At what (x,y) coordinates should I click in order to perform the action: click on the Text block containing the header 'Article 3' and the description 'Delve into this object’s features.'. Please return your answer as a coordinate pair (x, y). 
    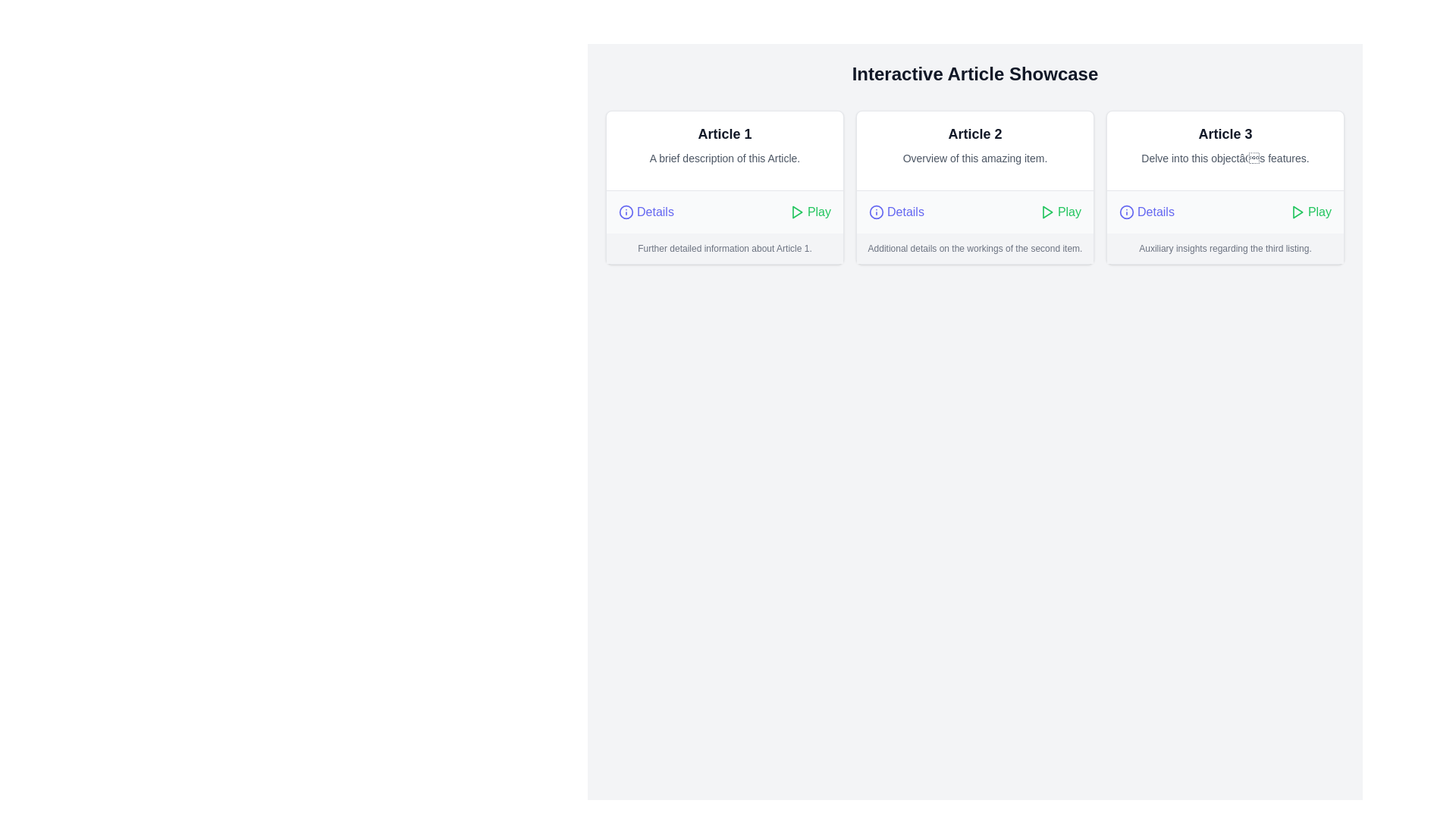
    Looking at the image, I should click on (1225, 151).